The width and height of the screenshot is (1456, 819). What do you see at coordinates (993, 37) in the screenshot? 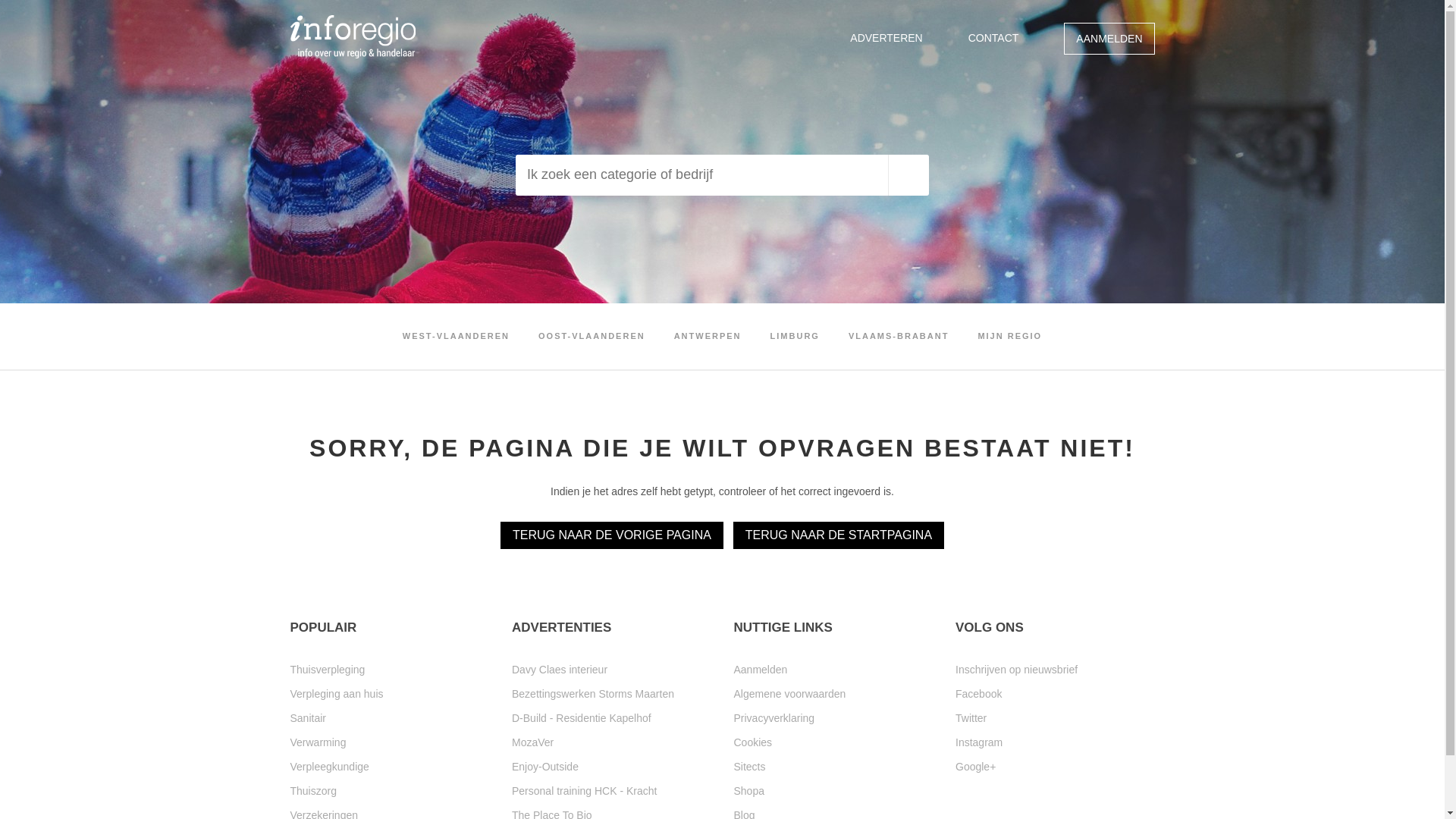
I see `'CONTACT'` at bounding box center [993, 37].